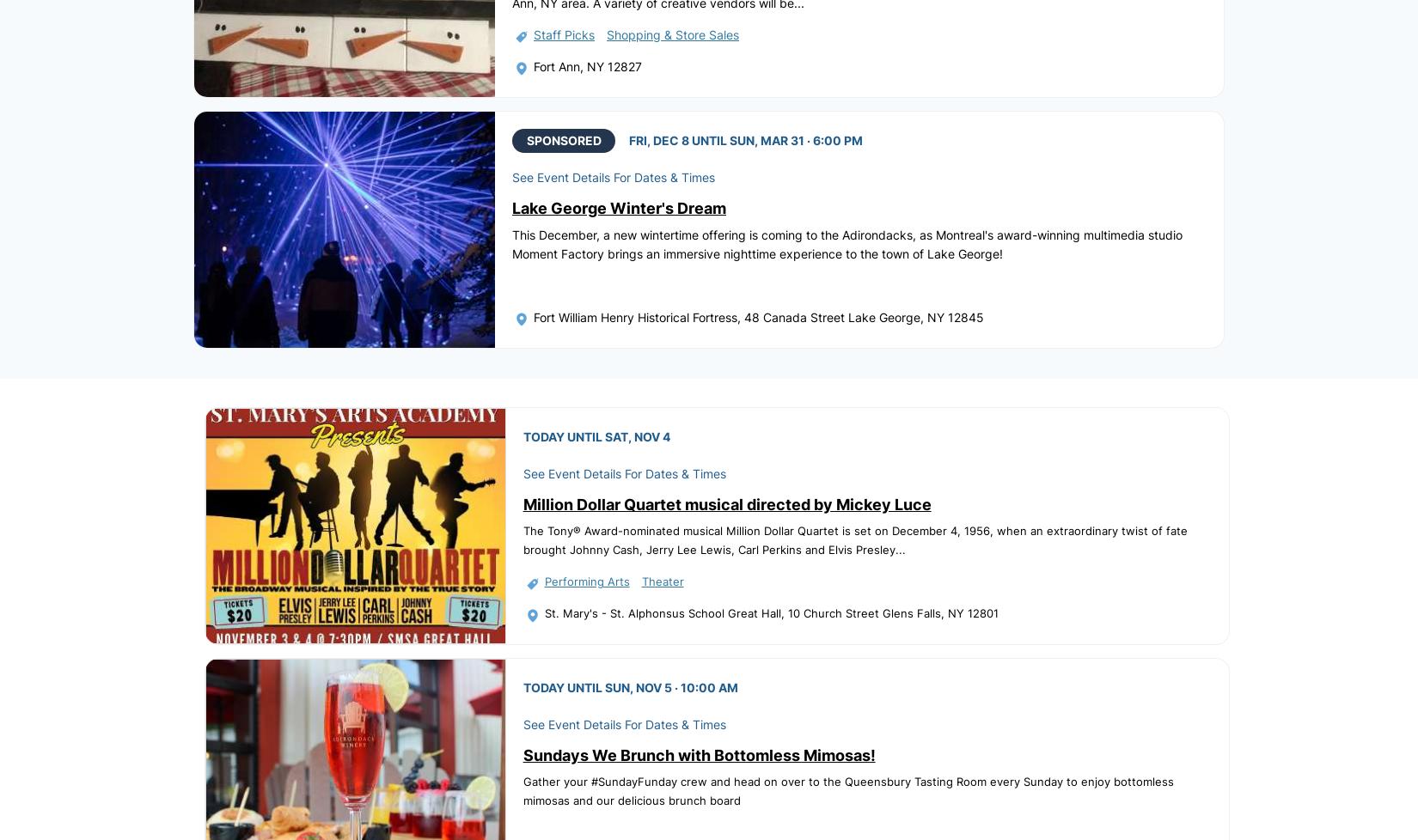  What do you see at coordinates (1022, 331) in the screenshot?
I see `'Blogs'` at bounding box center [1022, 331].